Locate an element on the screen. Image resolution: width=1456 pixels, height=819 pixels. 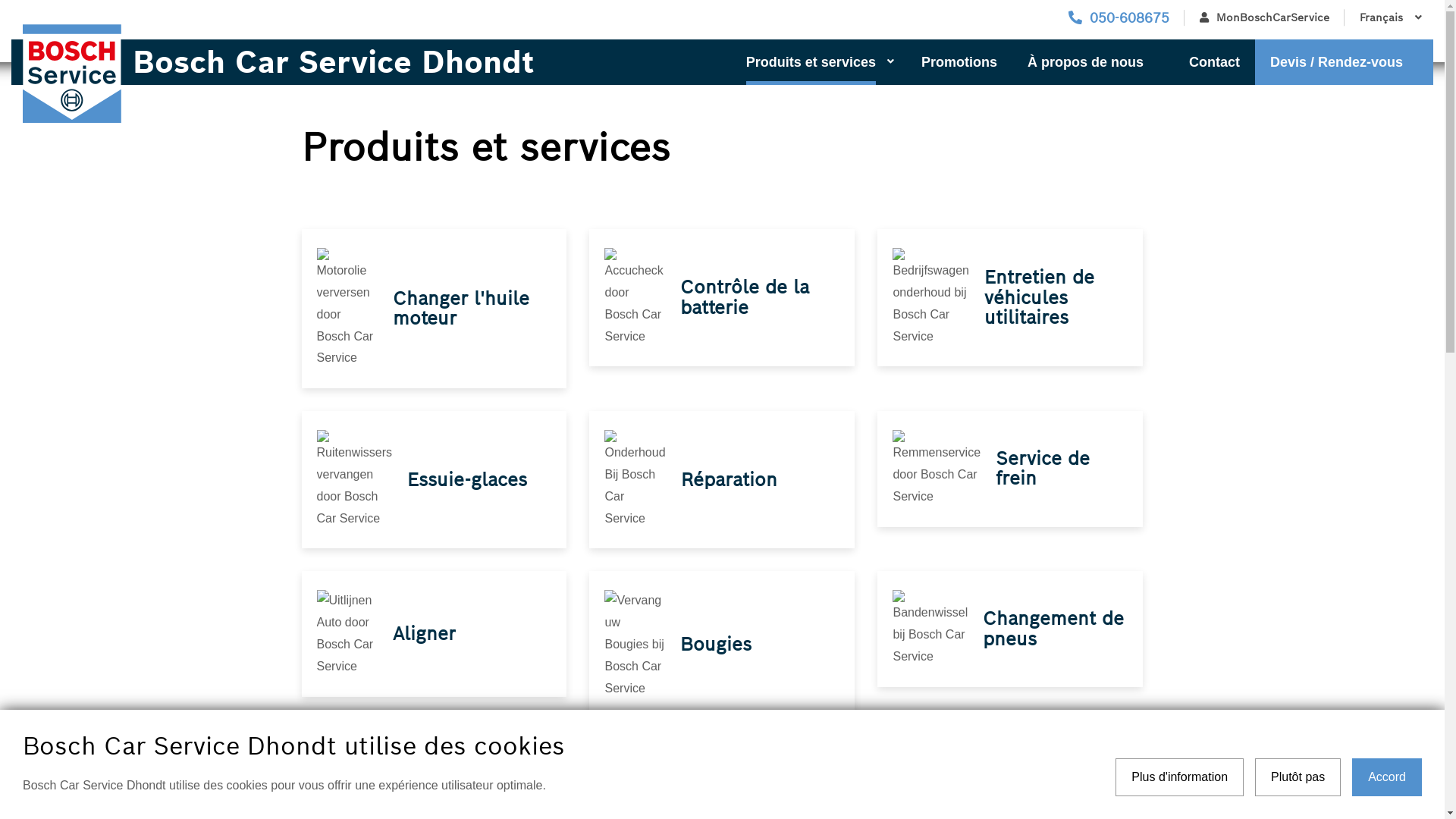
'Promotions' is located at coordinates (959, 61).